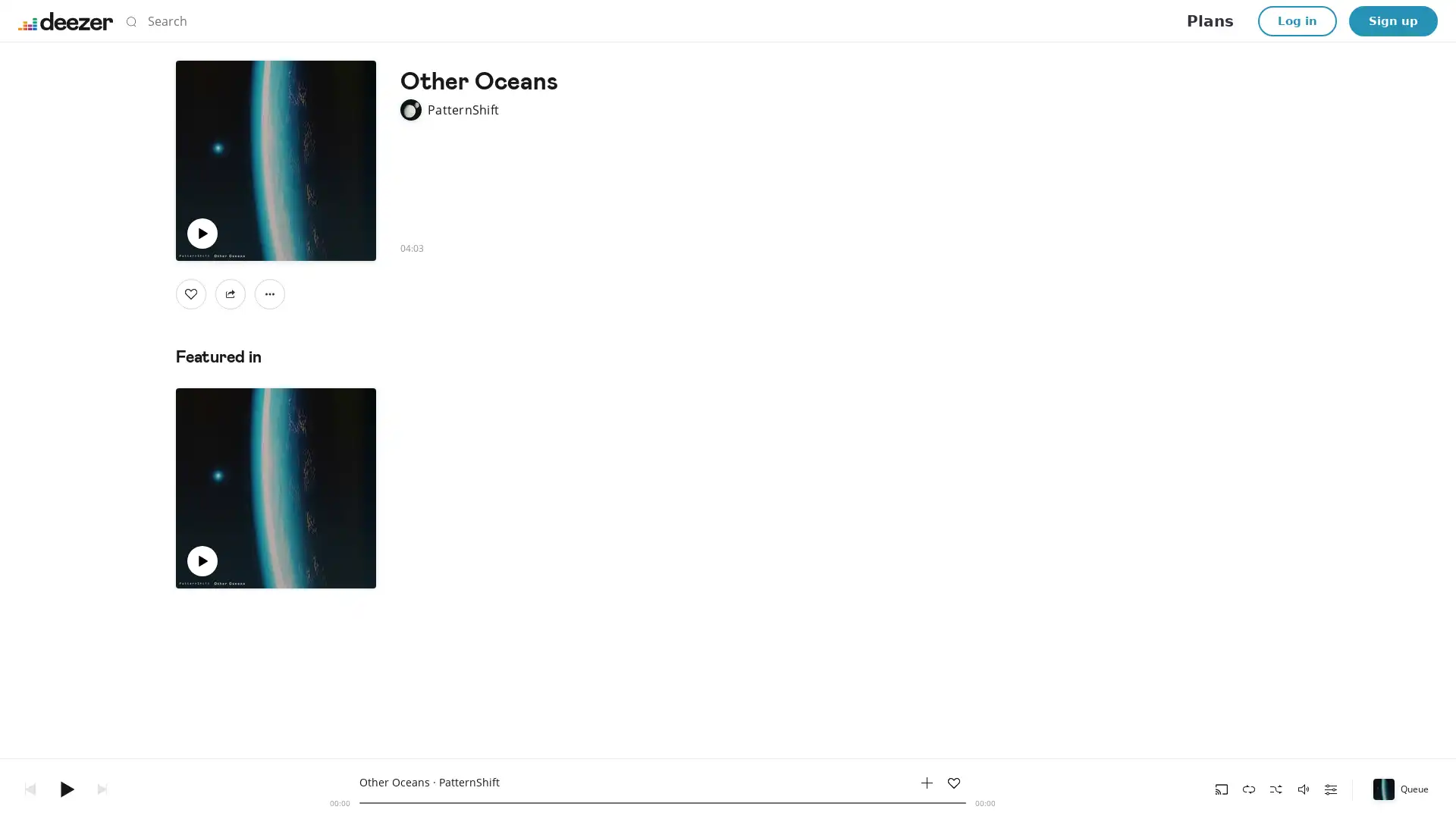  Describe the element at coordinates (30, 788) in the screenshot. I see `Back` at that location.